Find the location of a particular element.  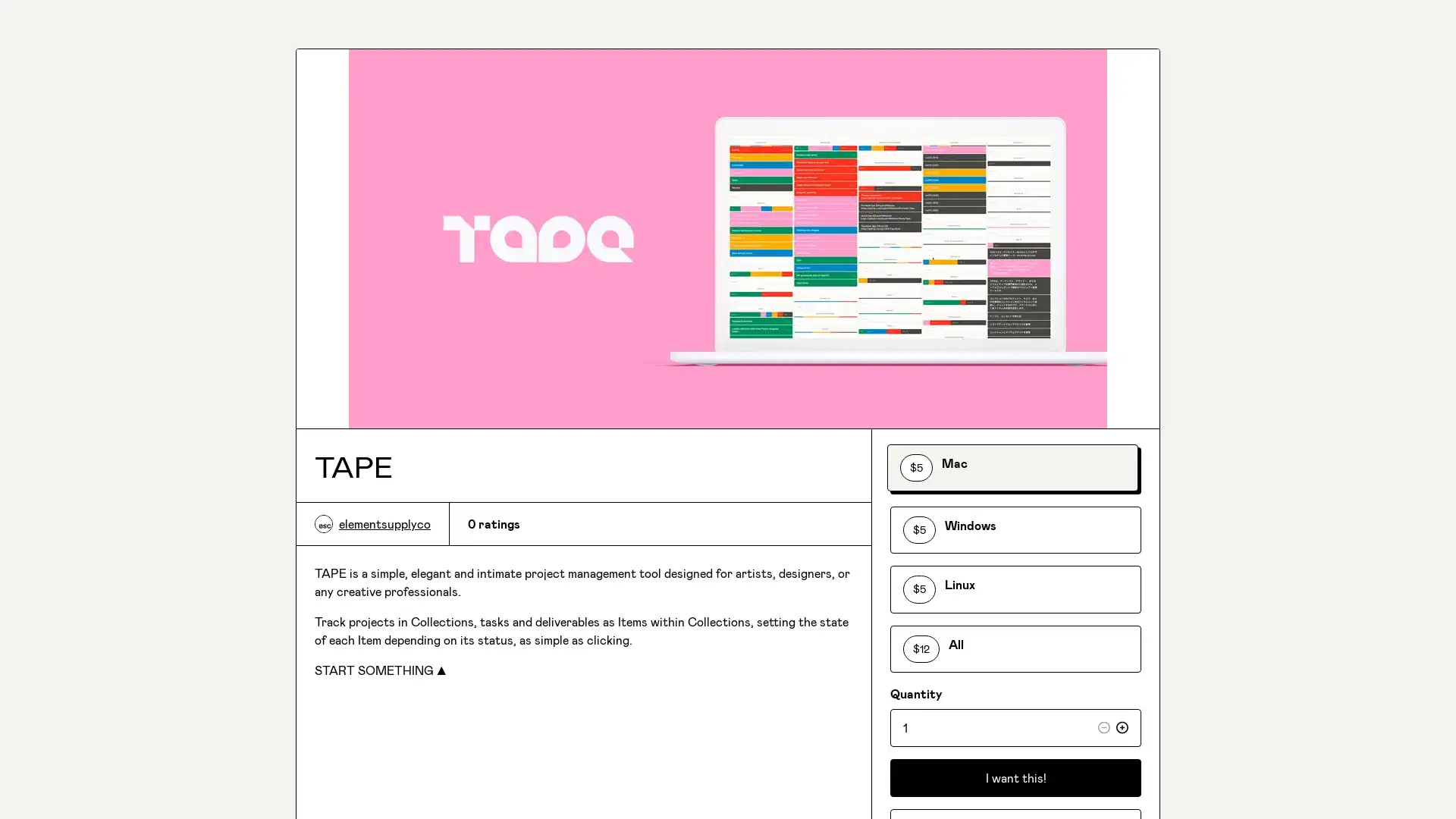

Increase quantity is located at coordinates (1122, 726).